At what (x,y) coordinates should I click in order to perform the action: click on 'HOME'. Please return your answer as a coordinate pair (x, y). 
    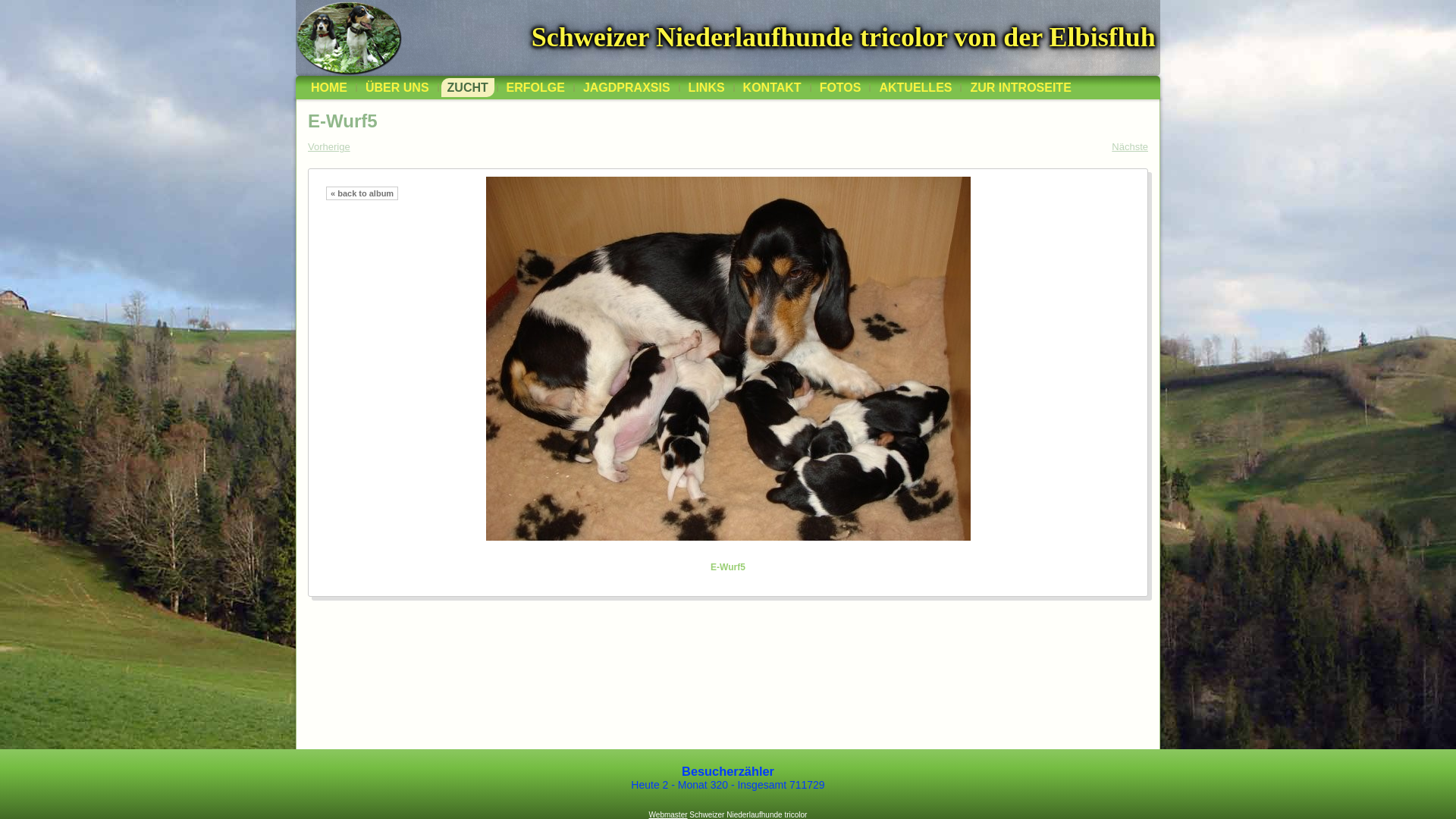
    Looking at the image, I should click on (328, 87).